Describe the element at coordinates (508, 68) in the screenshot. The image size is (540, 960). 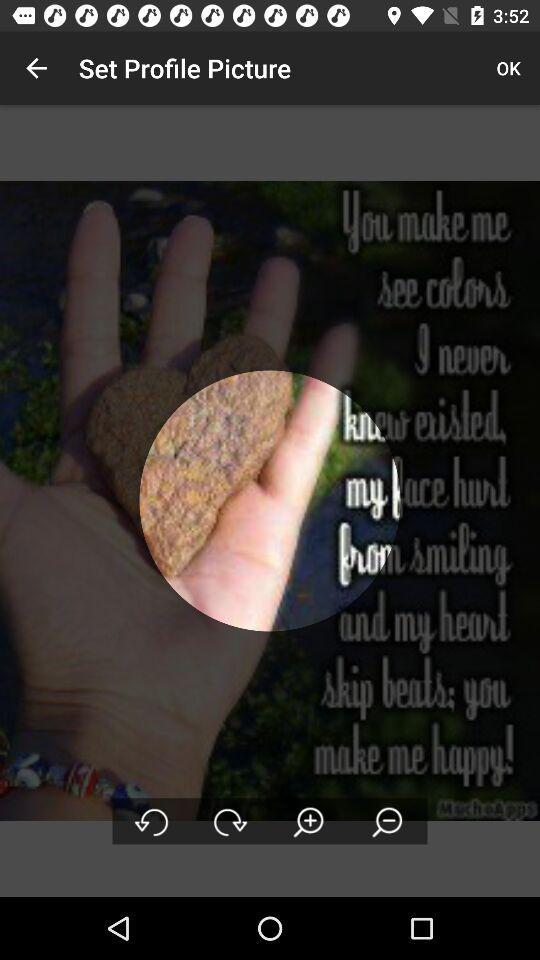
I see `the app to the right of set profile picture` at that location.